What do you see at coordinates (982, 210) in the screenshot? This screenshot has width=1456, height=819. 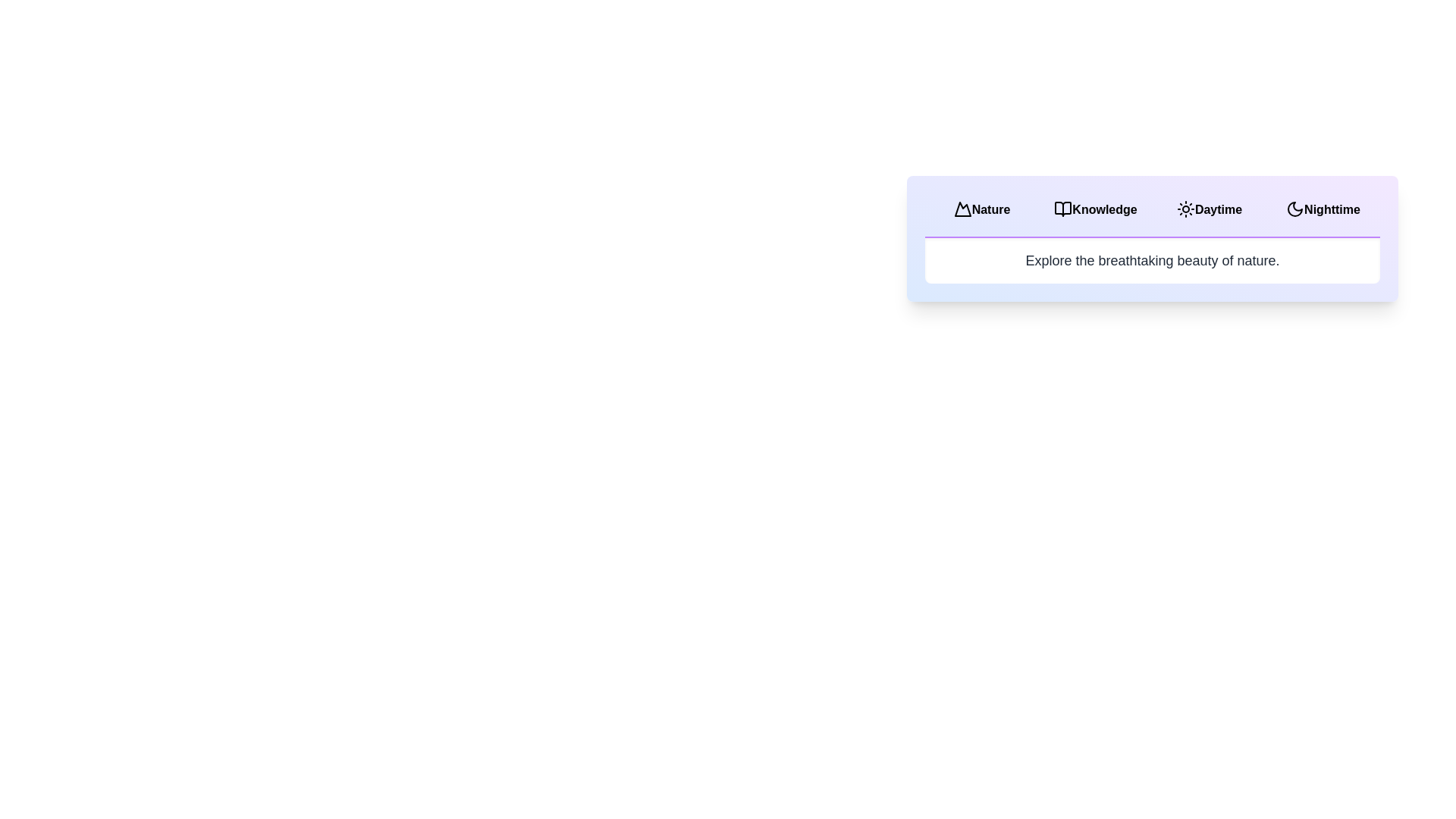 I see `the tab labeled Nature to observe its visual feedback` at bounding box center [982, 210].